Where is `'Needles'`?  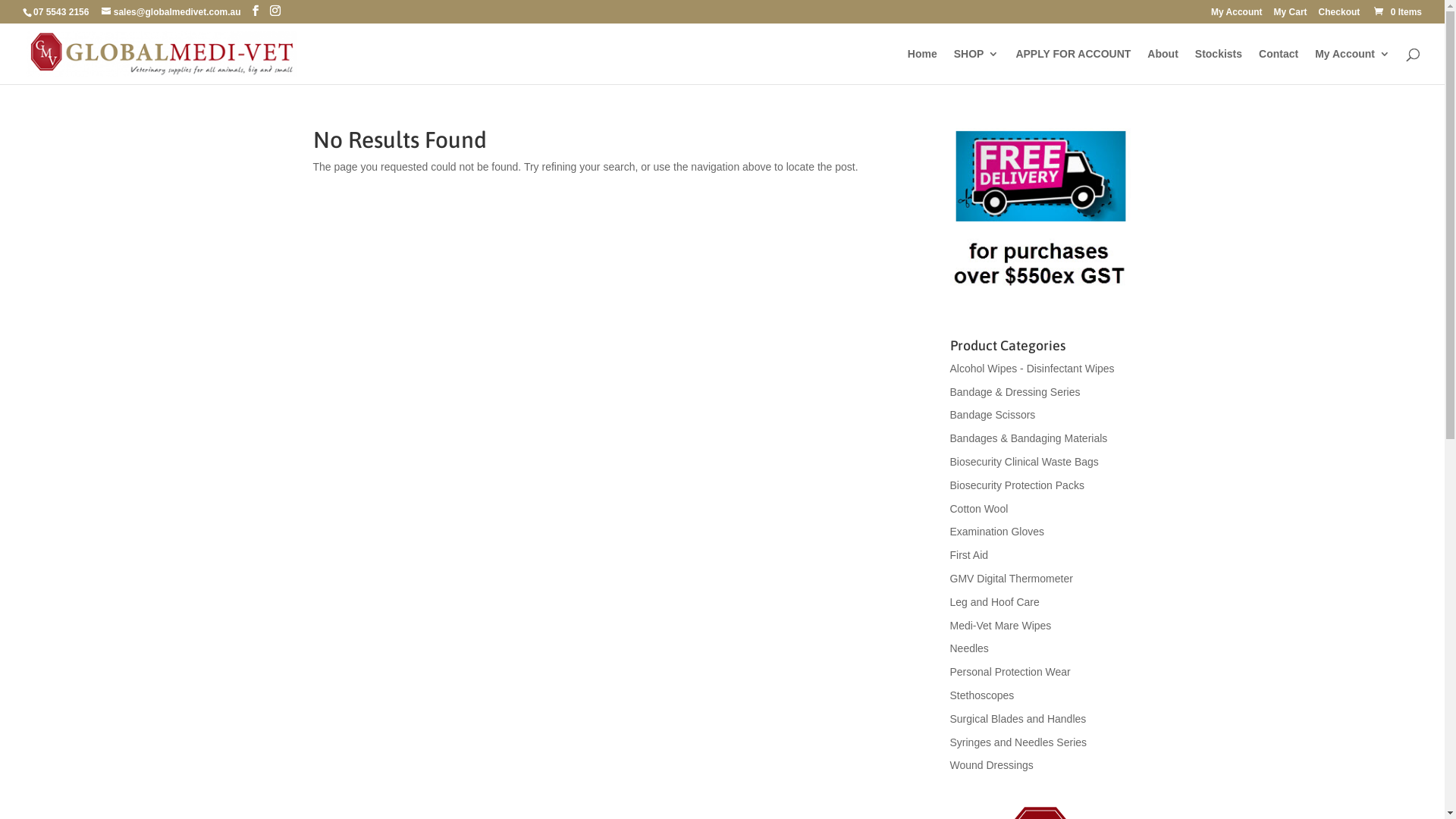
'Needles' is located at coordinates (949, 648).